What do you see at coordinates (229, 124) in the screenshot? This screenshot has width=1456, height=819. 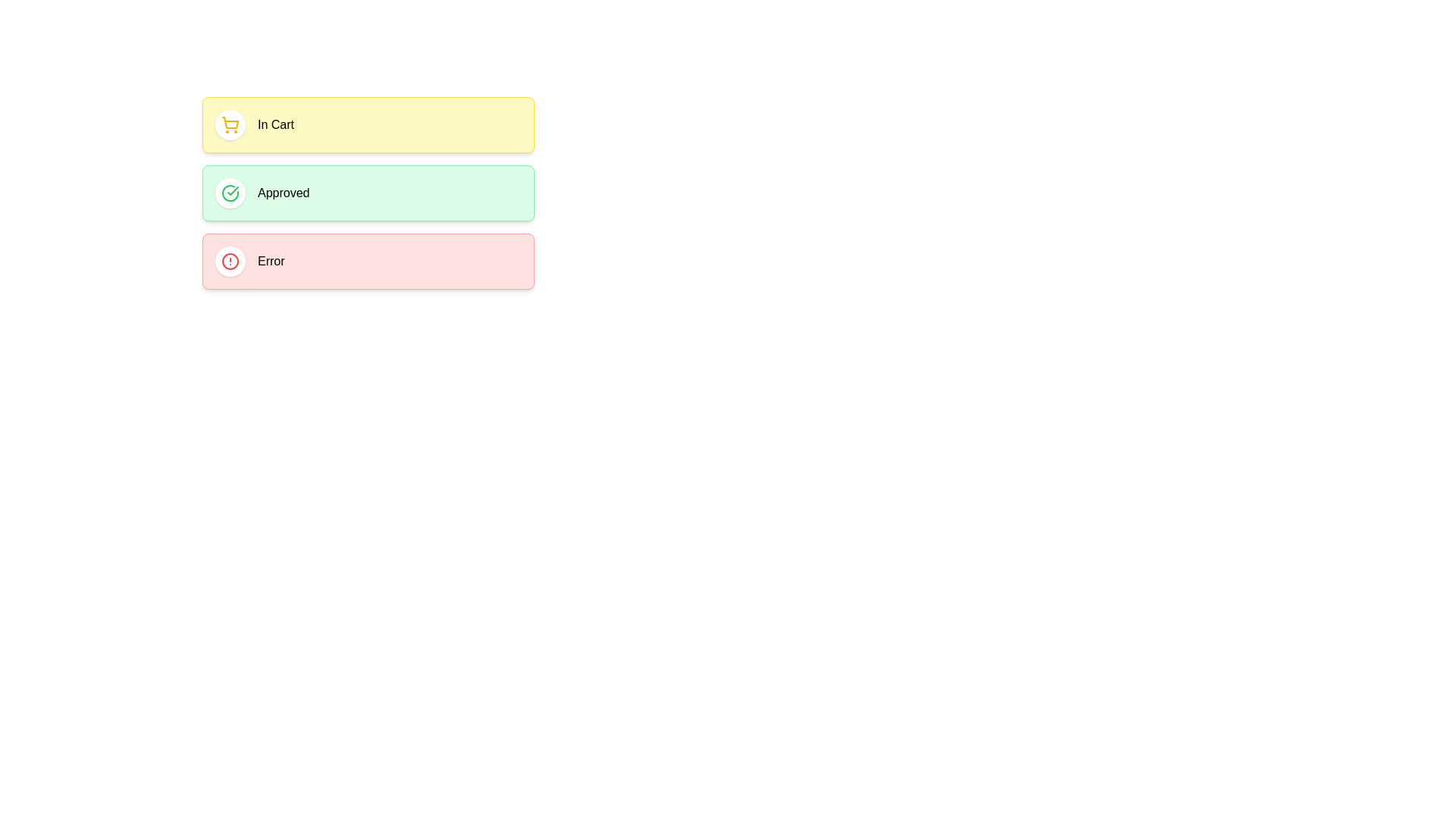 I see `the shopping cart icon with a yellow fill that is located in the 'In Cart' section at the top of the stack` at bounding box center [229, 124].